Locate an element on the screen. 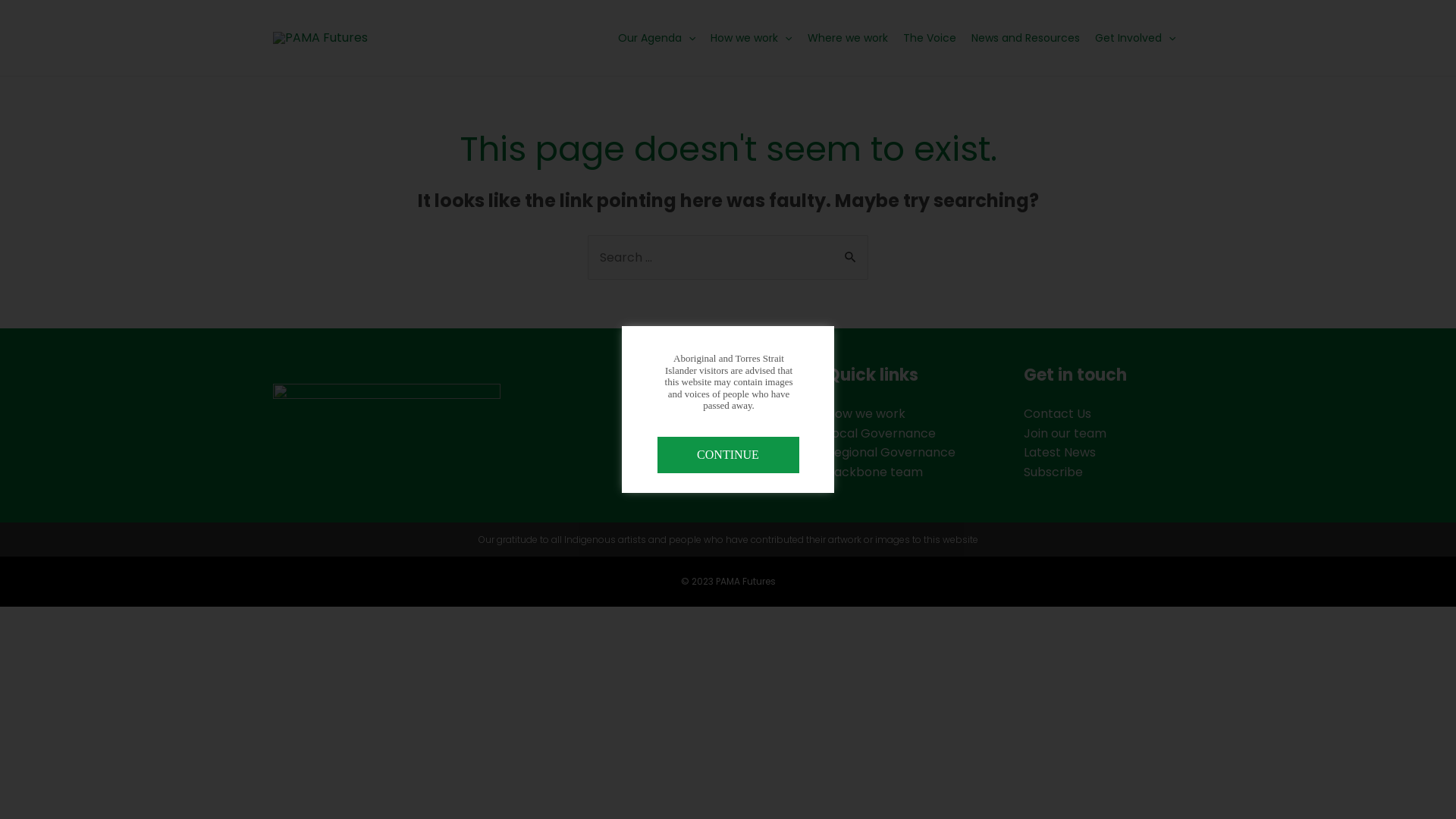 This screenshot has width=1456, height=819. 'CONTINUE' is located at coordinates (726, 454).